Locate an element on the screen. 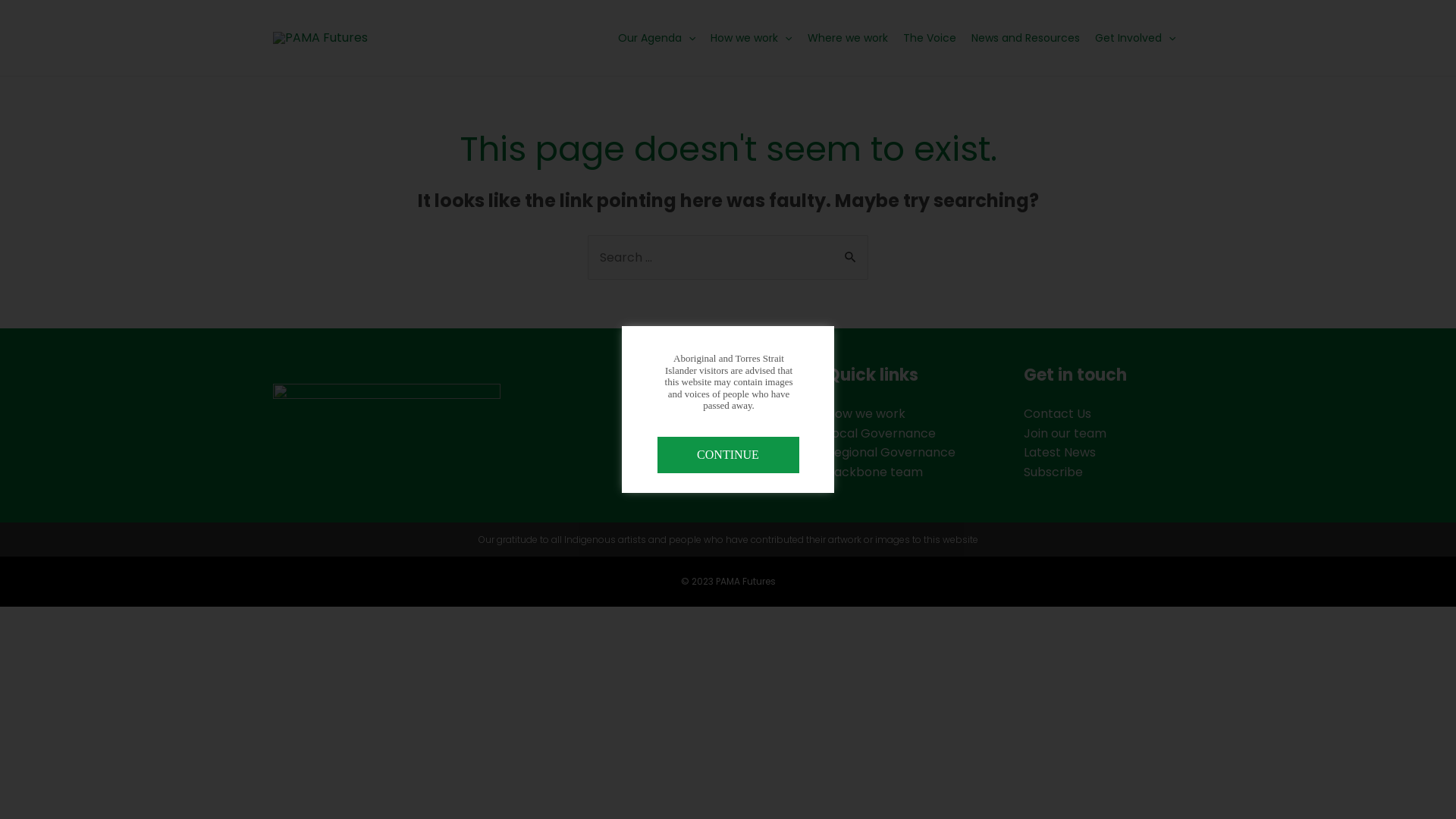 This screenshot has width=1456, height=819. 'CONTINUE' is located at coordinates (726, 454).